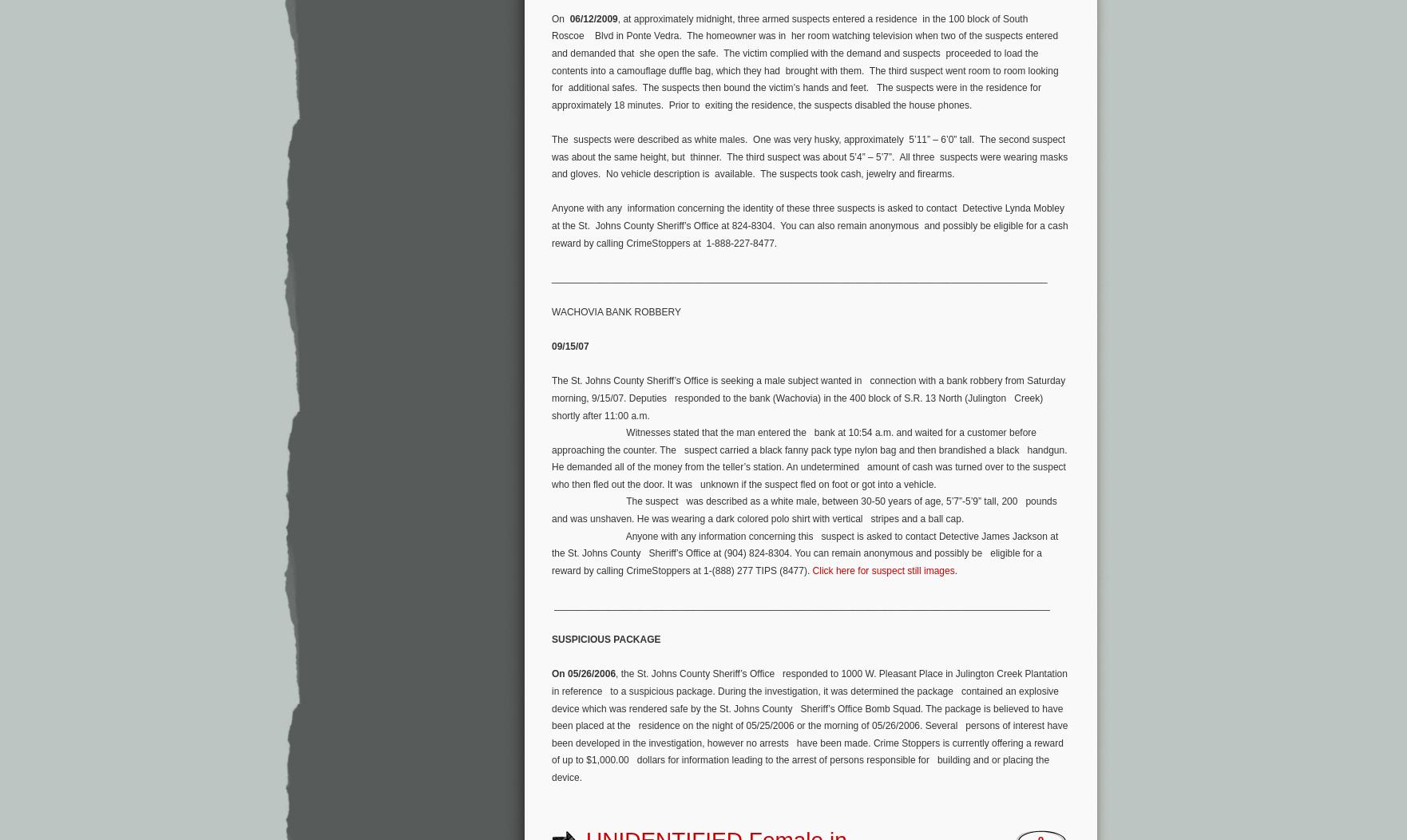 The width and height of the screenshot is (1407, 840). I want to click on ', at approximately midnight, three armed suspects entered a residence  in the 100 block of South Roscoe    Blvd in Ponte Vedra.  The homeowner was in  her room watching television when two of the suspects entered and demanded that  she open the safe.  The victim complied with the demand and suspects  proceeded to load the contents into a camouflage duffle bag, which they had  brought with them.  The third suspect went room to room looking for  additional safes.  The suspects then bound the victim’s hands and feet.   The suspects were in the residence for approximately 18 minutes.  Prior to  exiting the residence, the suspects disabled the house phones.', so click(805, 61).